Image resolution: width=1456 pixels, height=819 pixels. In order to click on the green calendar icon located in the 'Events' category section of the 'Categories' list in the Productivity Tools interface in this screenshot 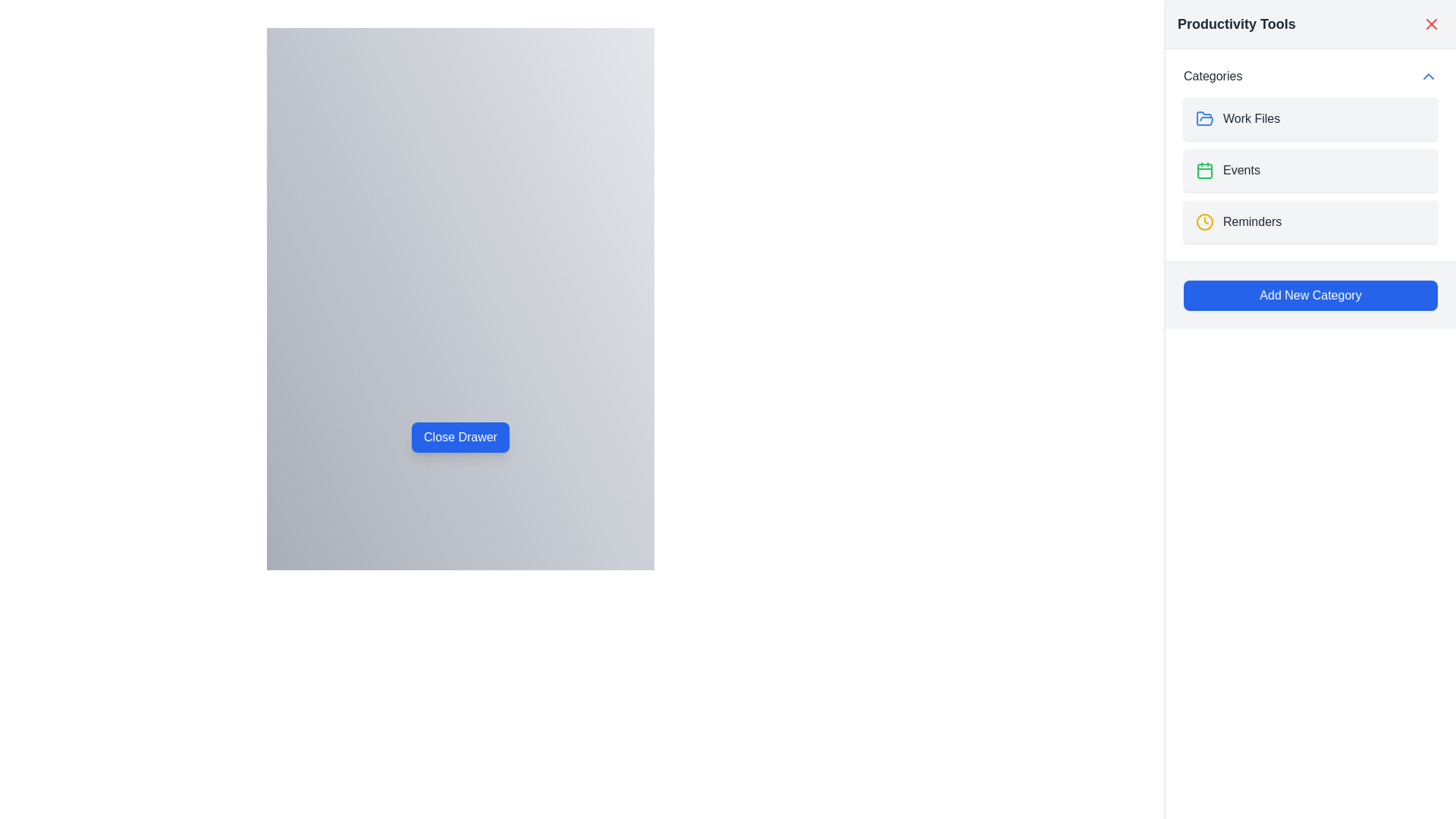, I will do `click(1203, 170)`.